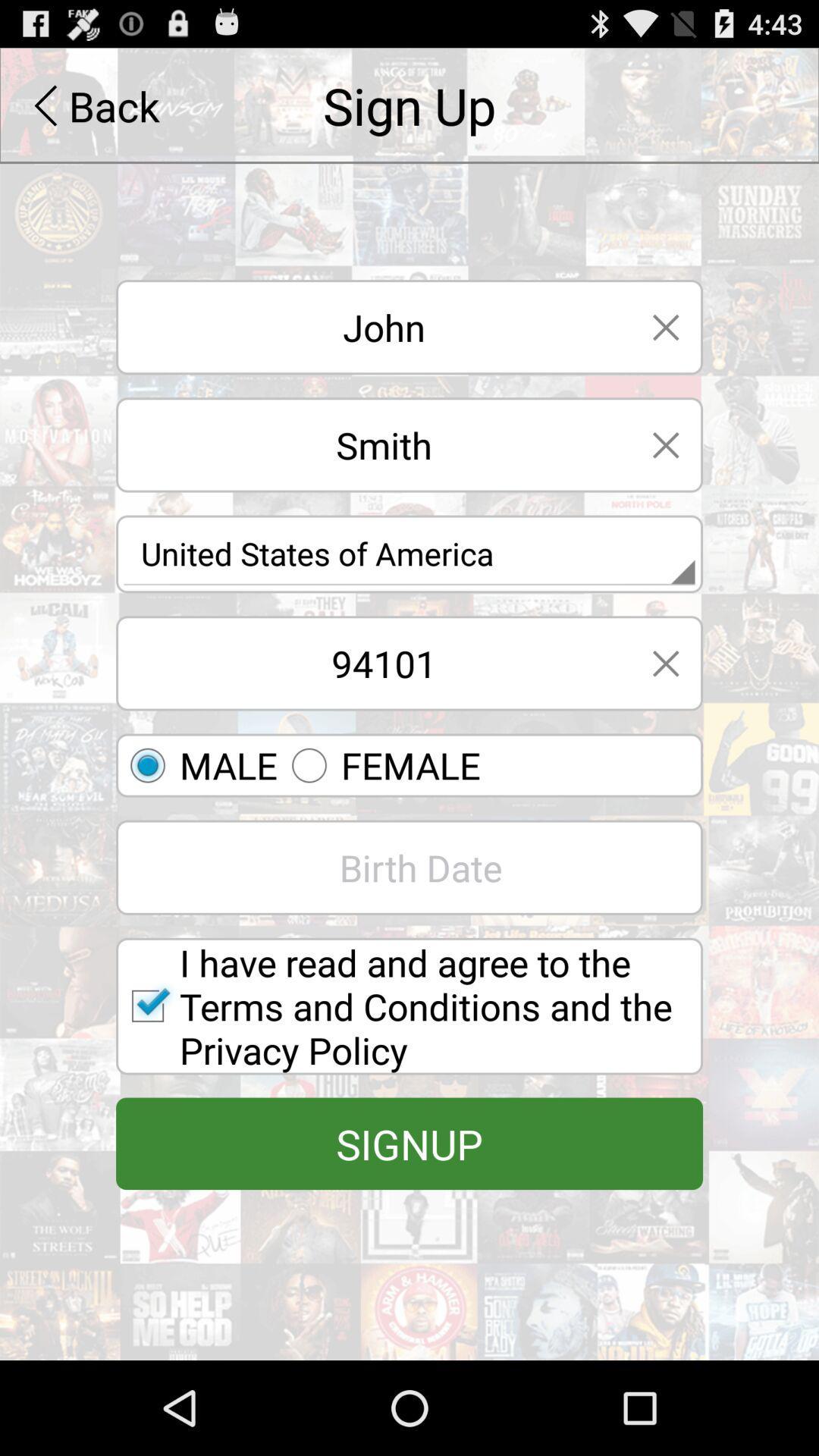 This screenshot has width=819, height=1456. I want to click on clear field, so click(665, 663).